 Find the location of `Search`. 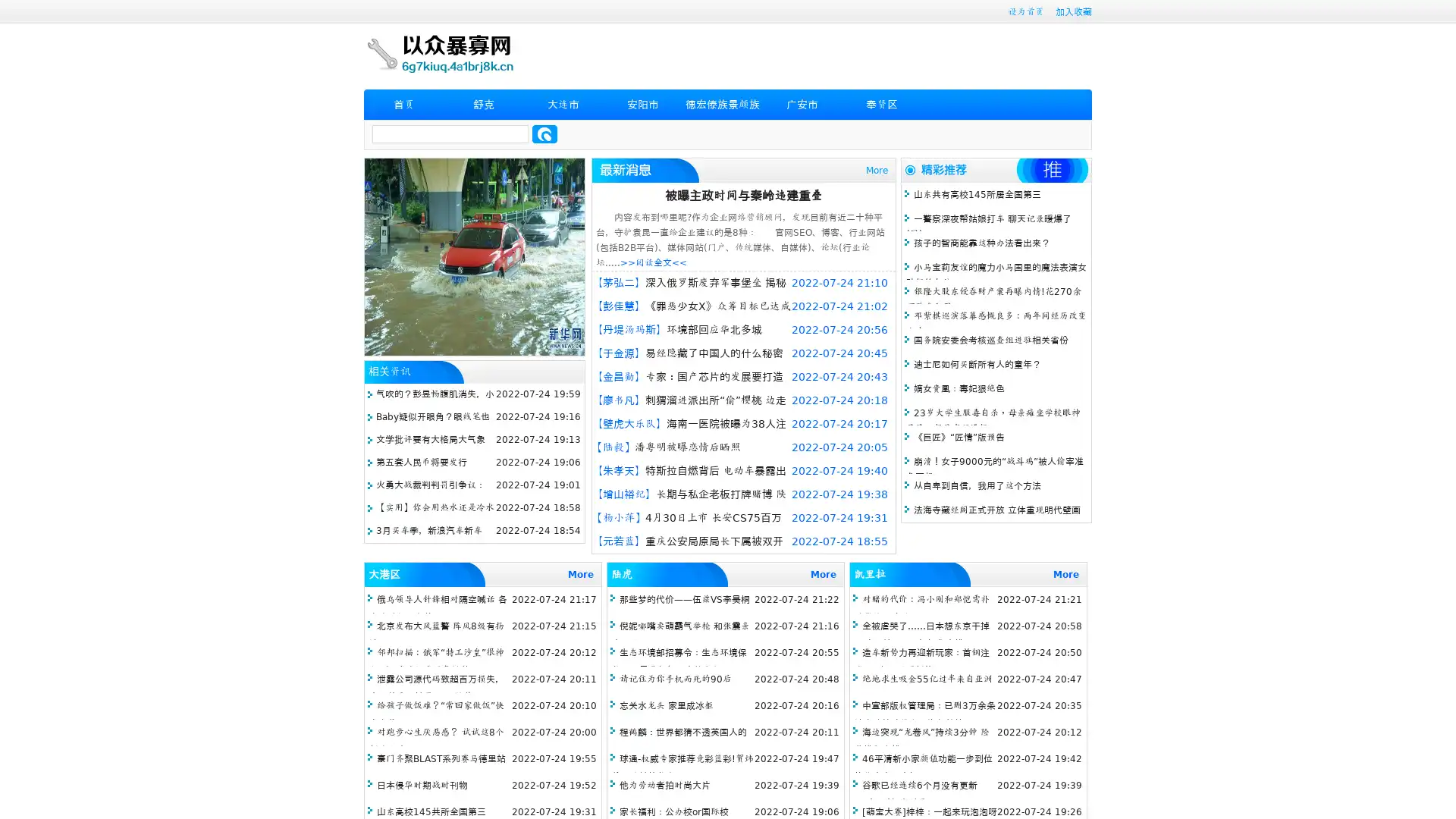

Search is located at coordinates (544, 133).